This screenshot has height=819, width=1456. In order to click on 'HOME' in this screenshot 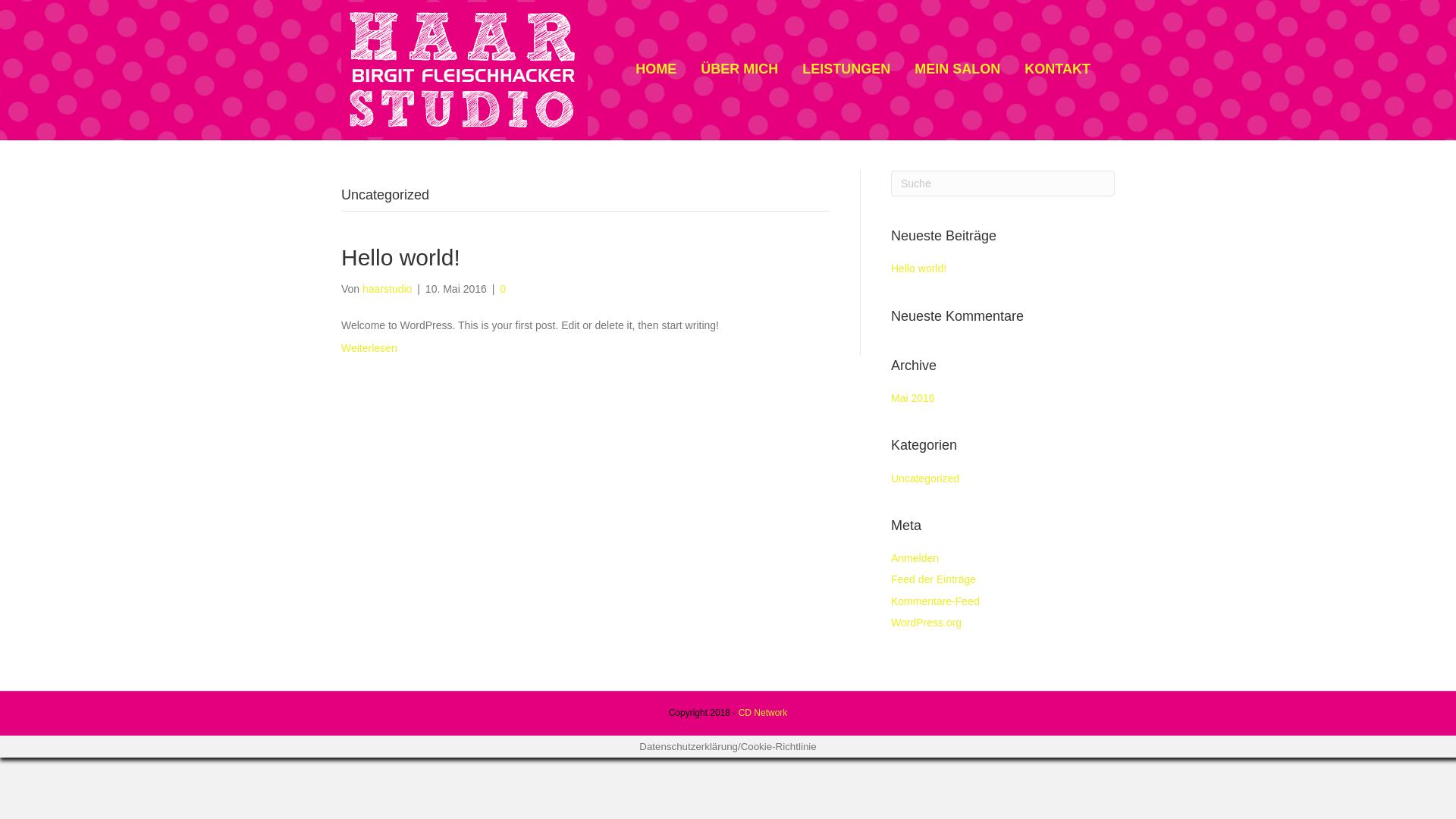, I will do `click(655, 69)`.